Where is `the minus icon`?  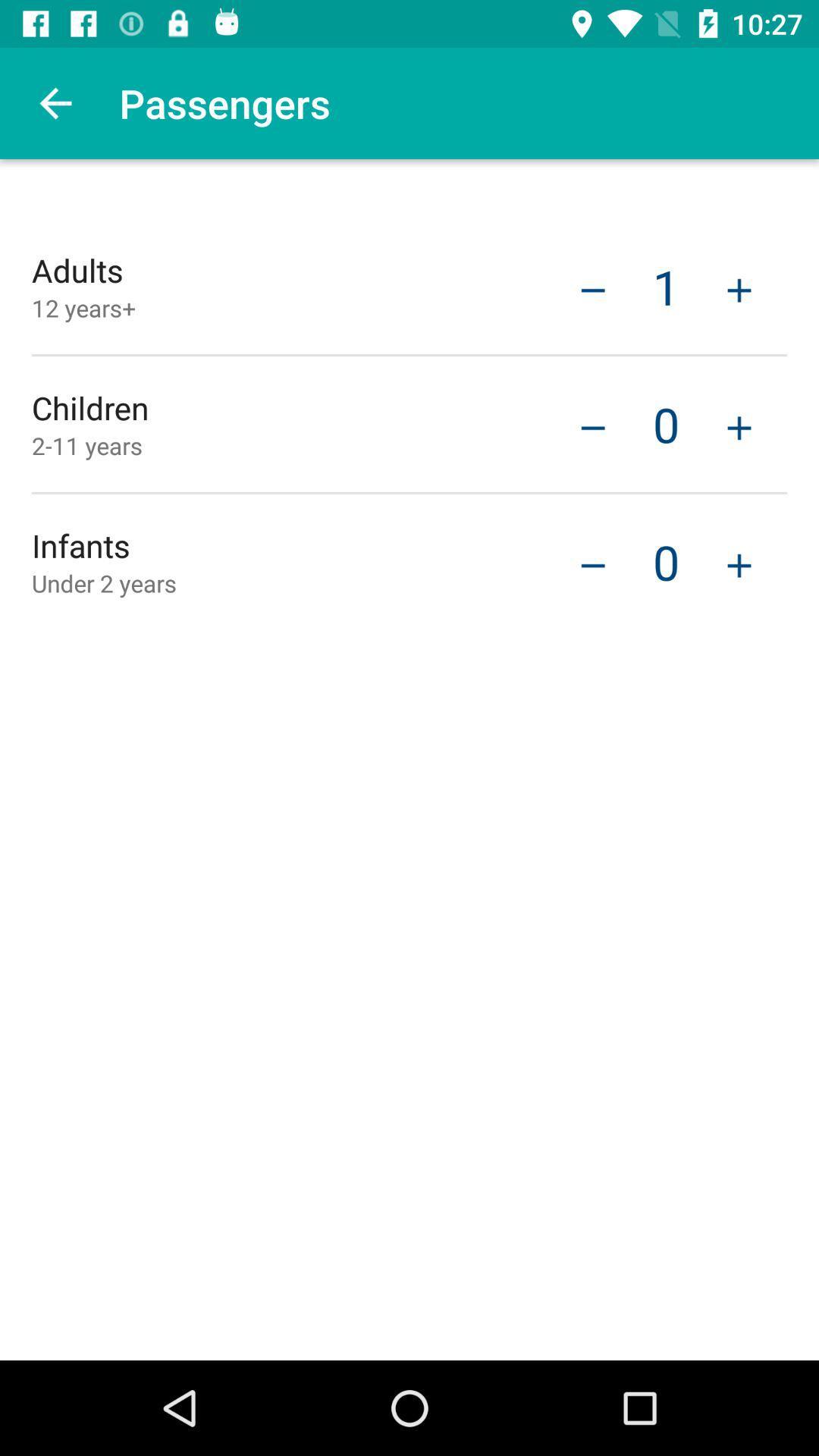
the minus icon is located at coordinates (592, 288).